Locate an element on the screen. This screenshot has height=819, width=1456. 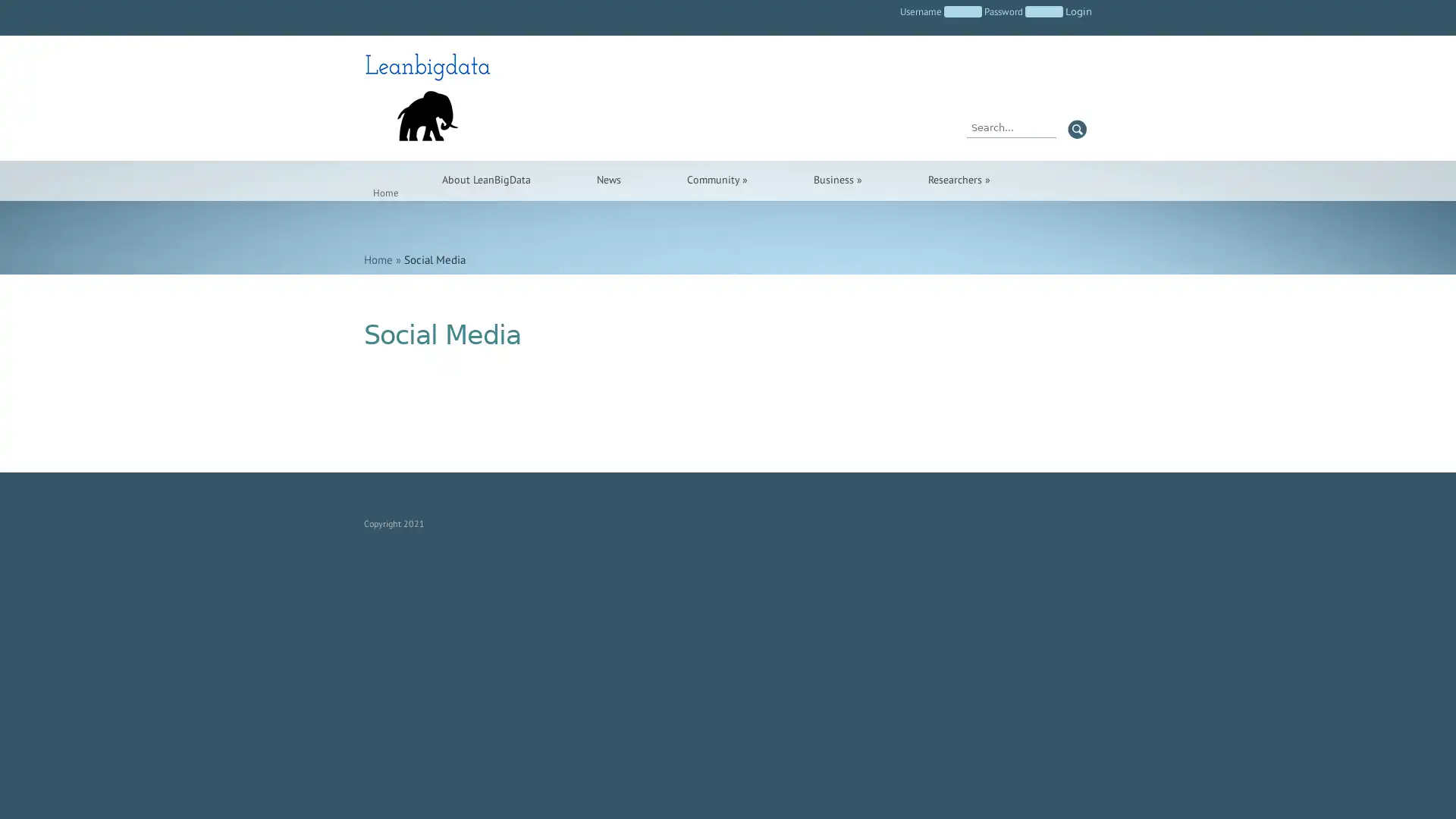
Submit is located at coordinates (1076, 128).